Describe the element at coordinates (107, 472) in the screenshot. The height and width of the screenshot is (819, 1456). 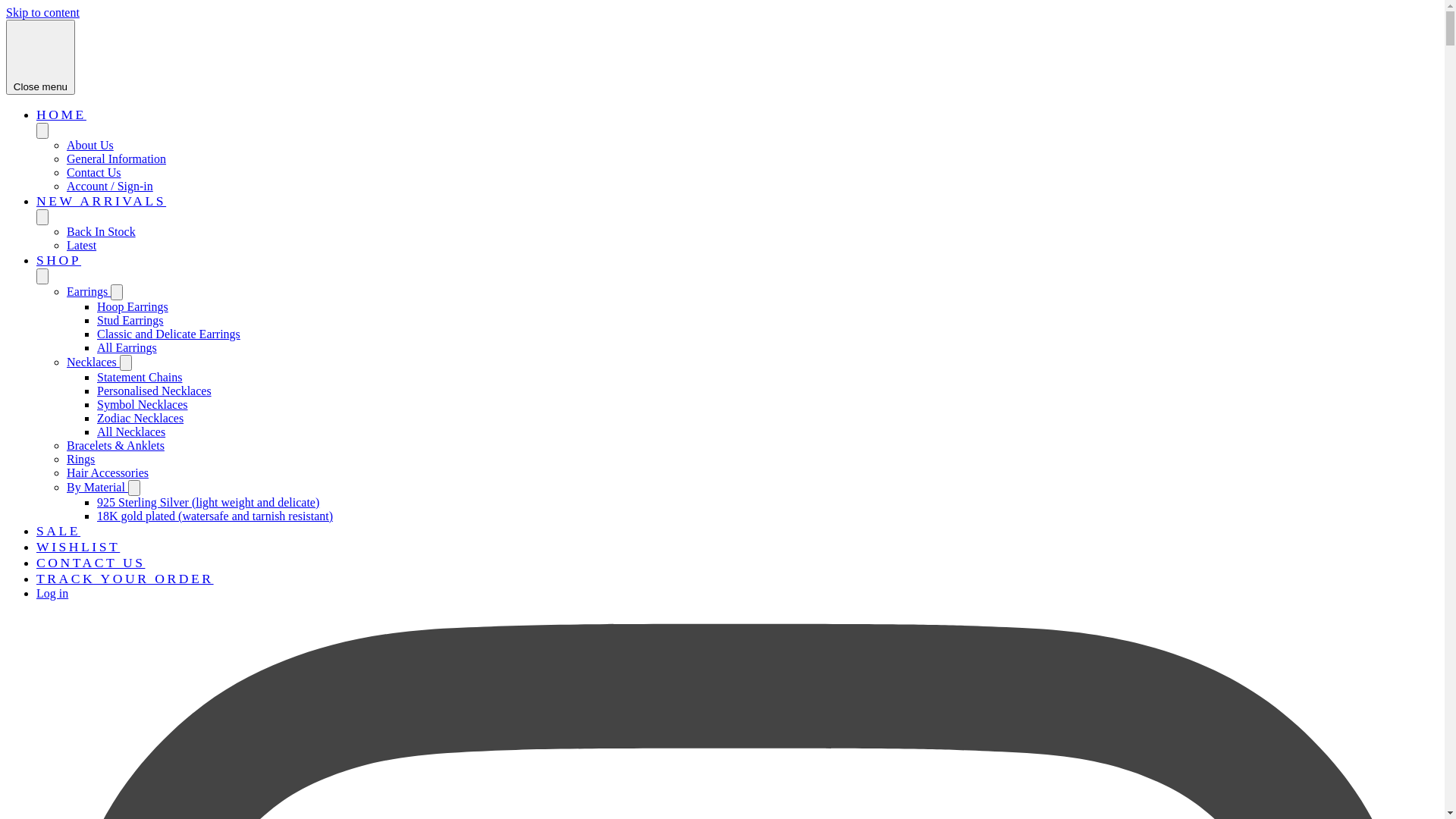
I see `'Hair Accessories'` at that location.